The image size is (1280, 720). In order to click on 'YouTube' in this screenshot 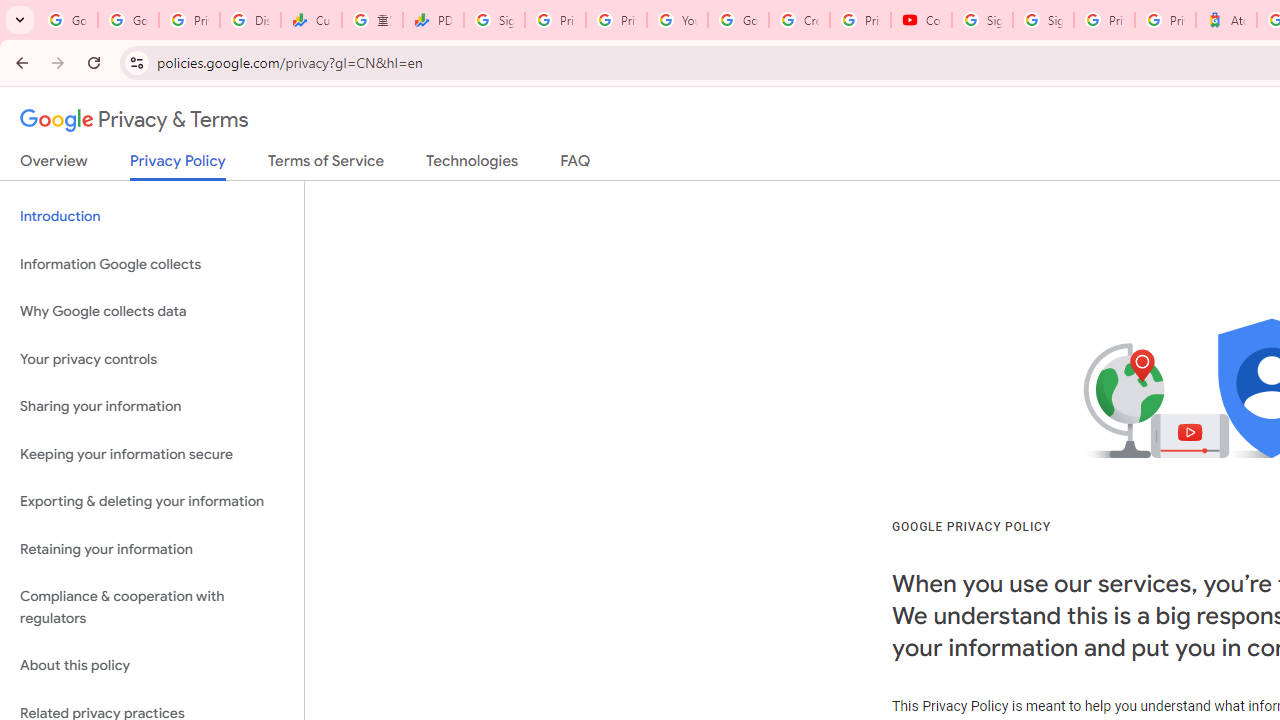, I will do `click(677, 20)`.